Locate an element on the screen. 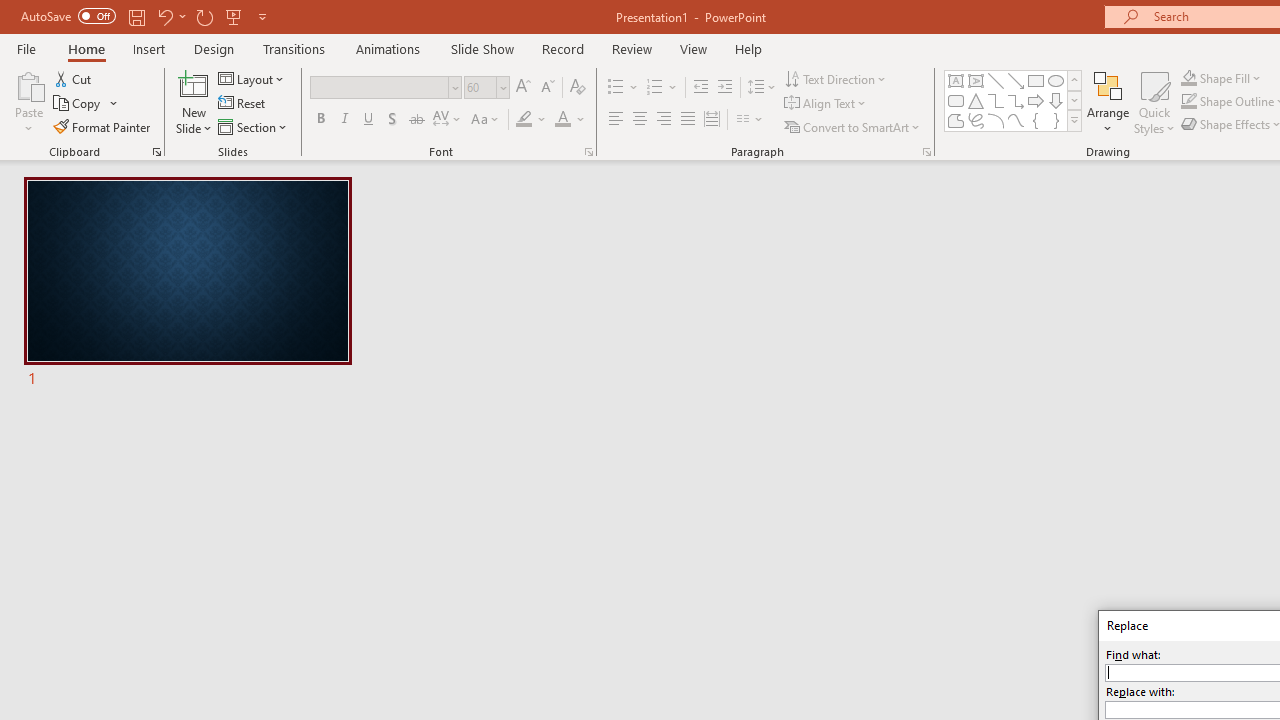  'Line Spacing' is located at coordinates (761, 86).